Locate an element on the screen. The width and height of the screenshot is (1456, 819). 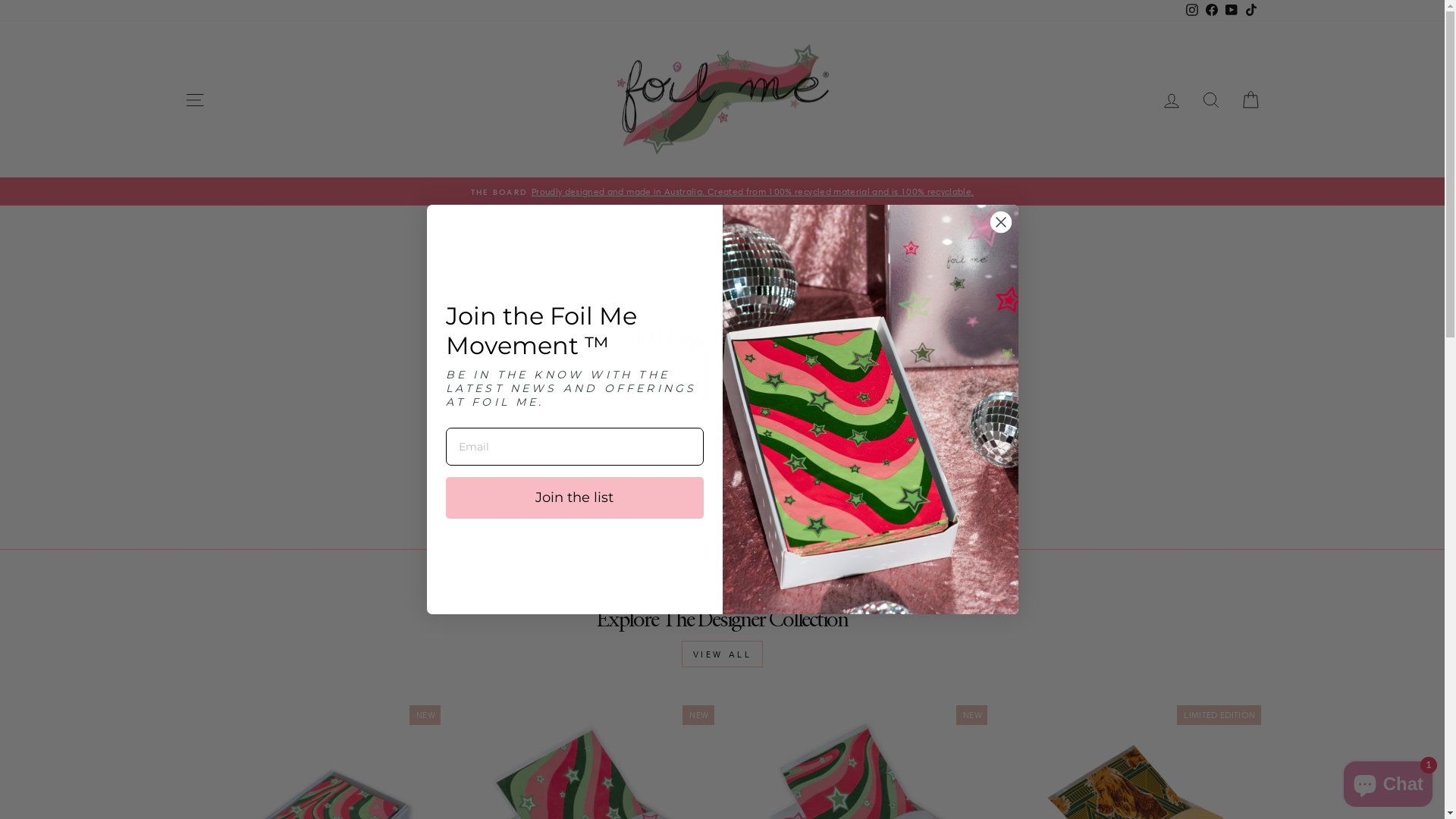
'CART' is located at coordinates (1249, 99).